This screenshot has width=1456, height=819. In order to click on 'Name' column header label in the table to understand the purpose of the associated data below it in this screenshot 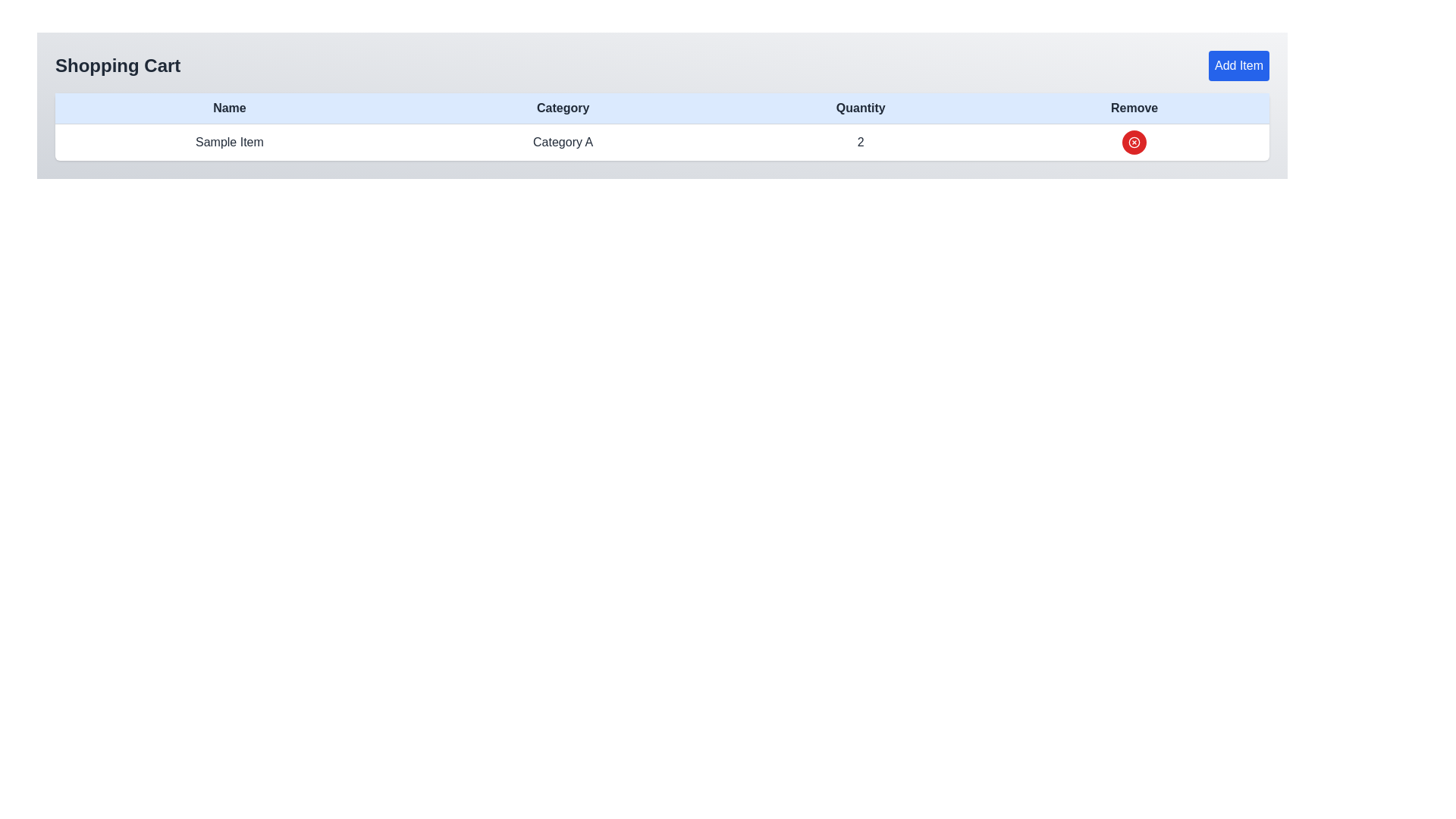, I will do `click(228, 108)`.